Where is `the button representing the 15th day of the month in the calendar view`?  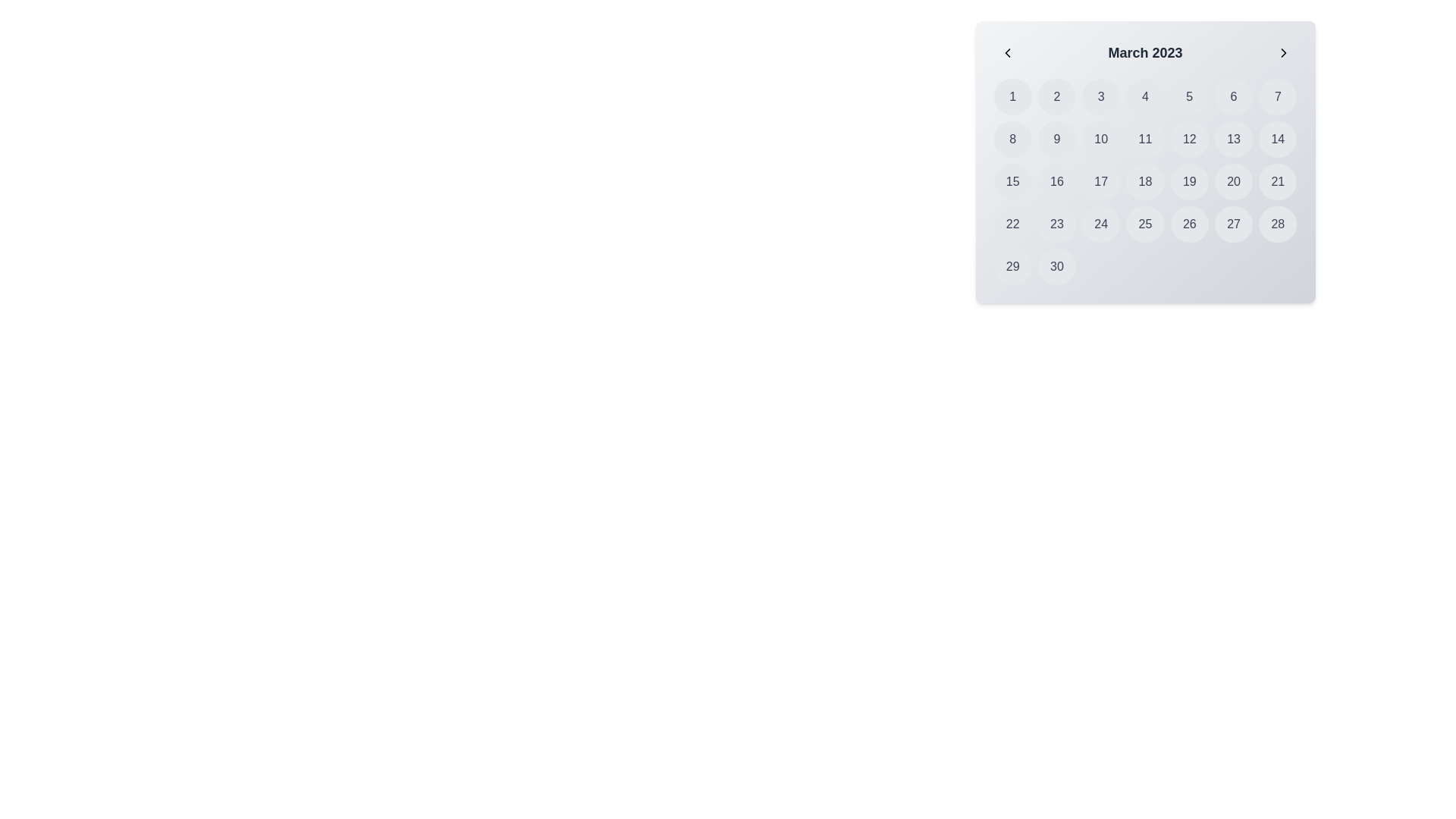
the button representing the 15th day of the month in the calendar view is located at coordinates (1012, 180).